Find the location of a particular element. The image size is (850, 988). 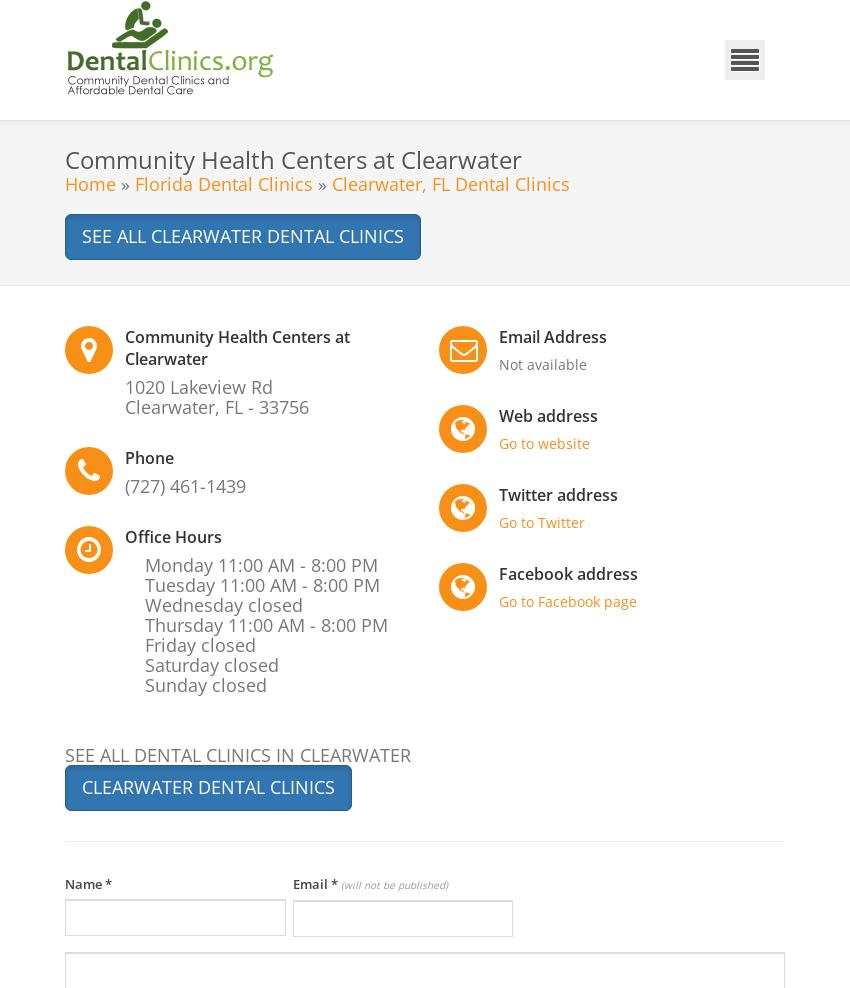

'Home' is located at coordinates (89, 182).